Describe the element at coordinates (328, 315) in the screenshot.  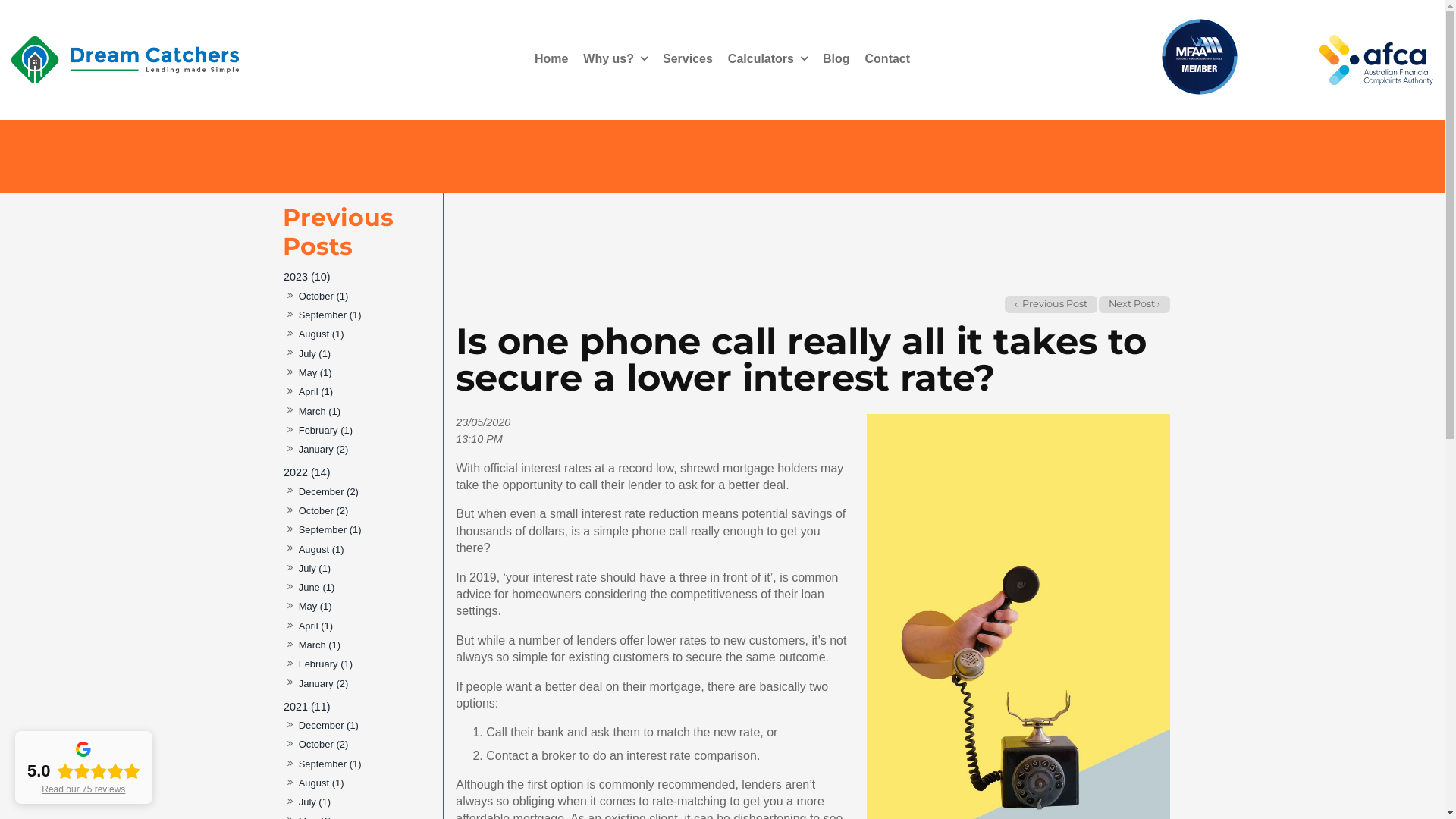
I see `'September (1)'` at that location.